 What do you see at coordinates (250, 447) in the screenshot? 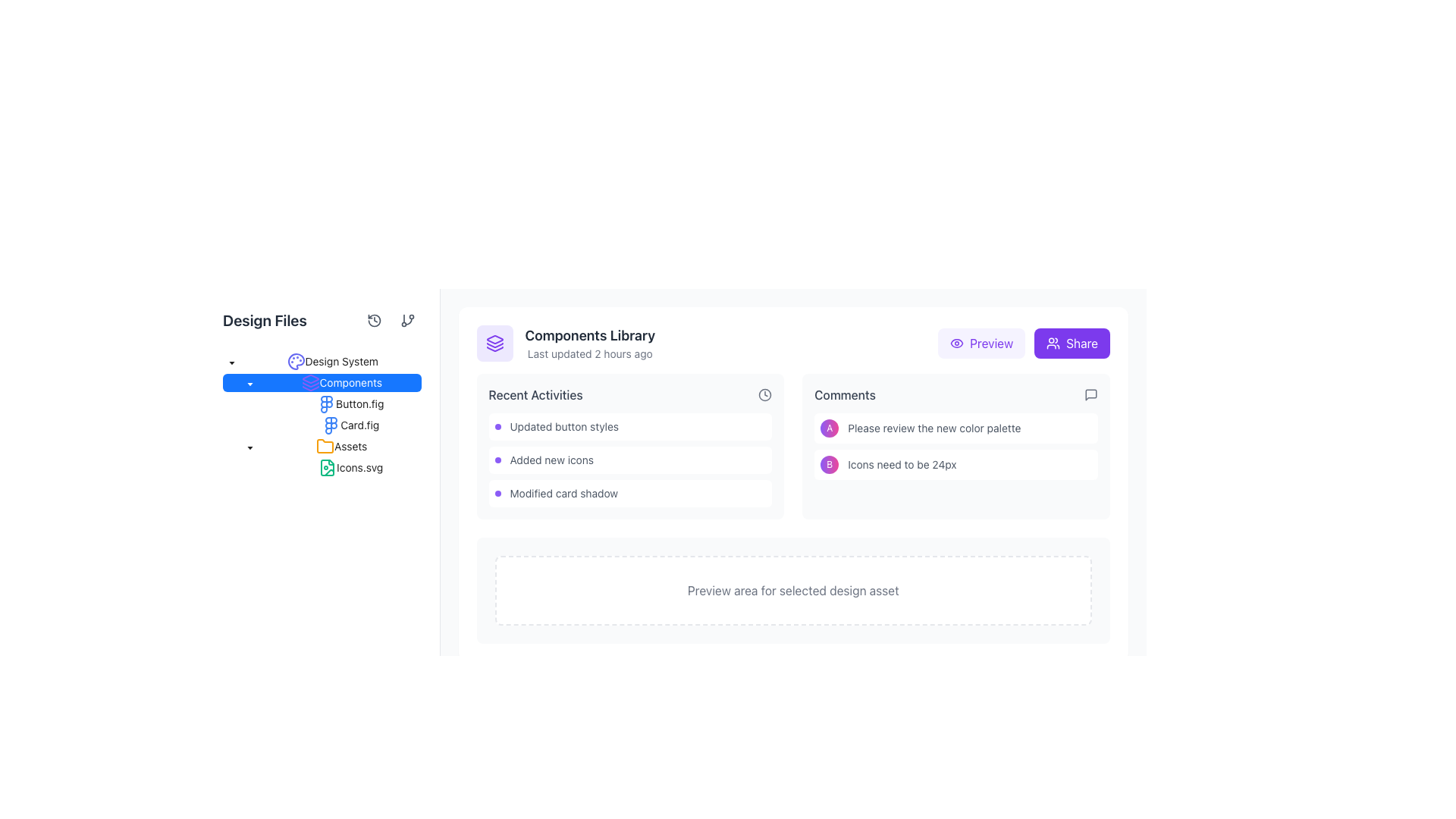
I see `the toggle icon located to the left of the 'Components' label in the file tree` at bounding box center [250, 447].